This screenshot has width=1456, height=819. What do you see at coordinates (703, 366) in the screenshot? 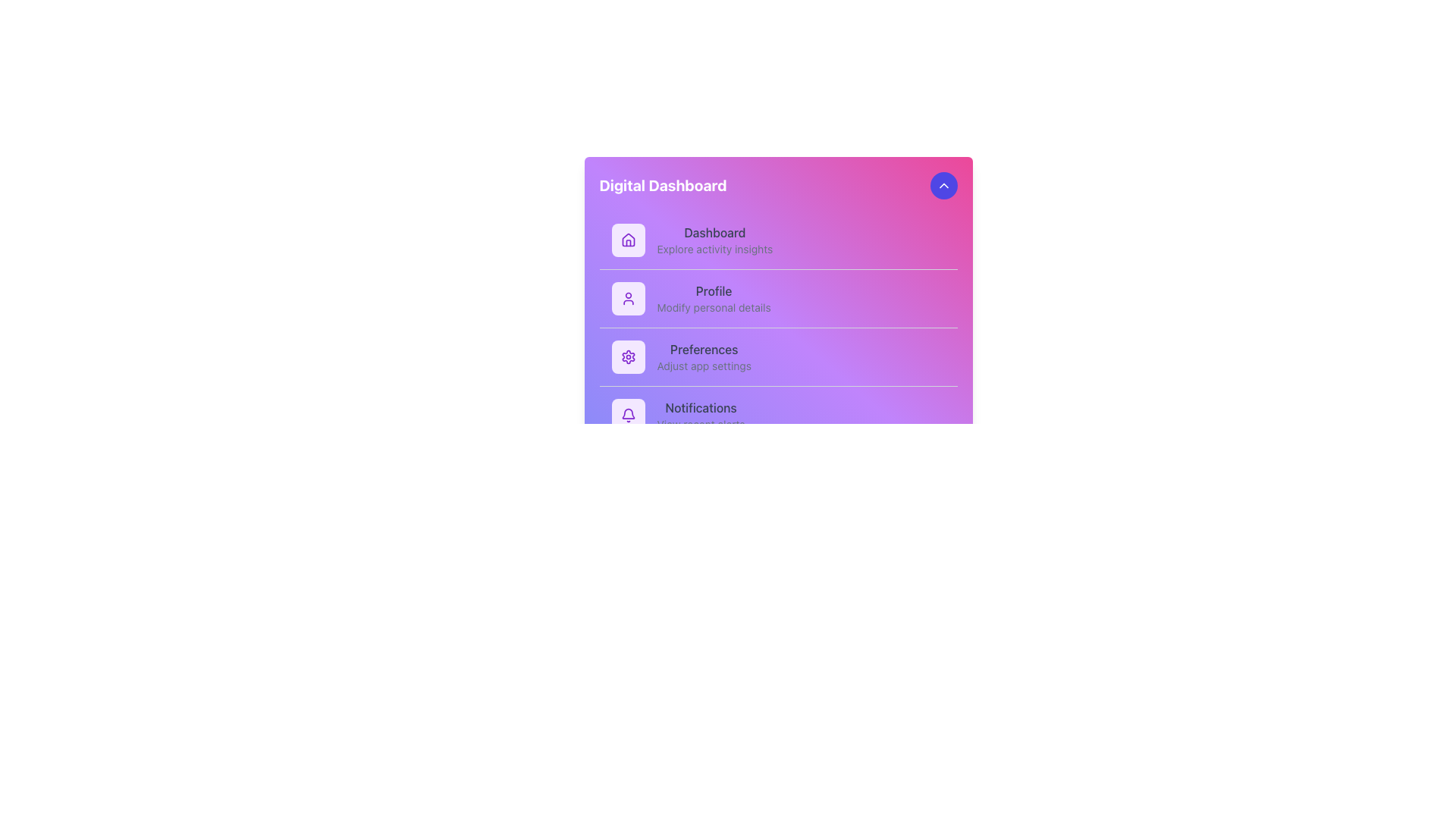
I see `the small gray text label reading 'Adjust app settings', which is positioned directly beneath the header 'Preferences' in the upper-middle section of the interface` at bounding box center [703, 366].